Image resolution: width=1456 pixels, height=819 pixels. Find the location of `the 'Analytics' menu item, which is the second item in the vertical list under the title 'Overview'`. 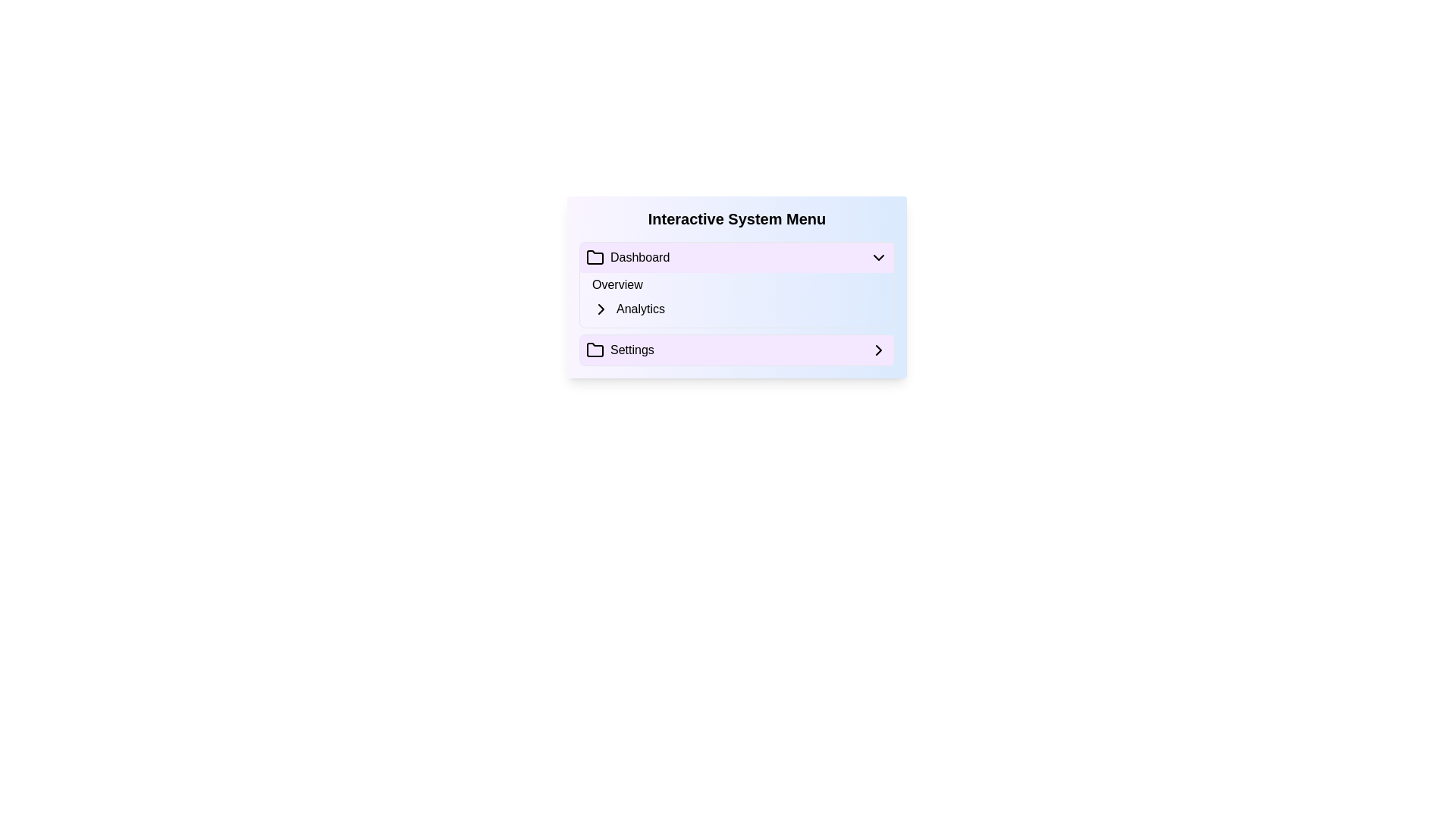

the 'Analytics' menu item, which is the second item in the vertical list under the title 'Overview' is located at coordinates (742, 309).